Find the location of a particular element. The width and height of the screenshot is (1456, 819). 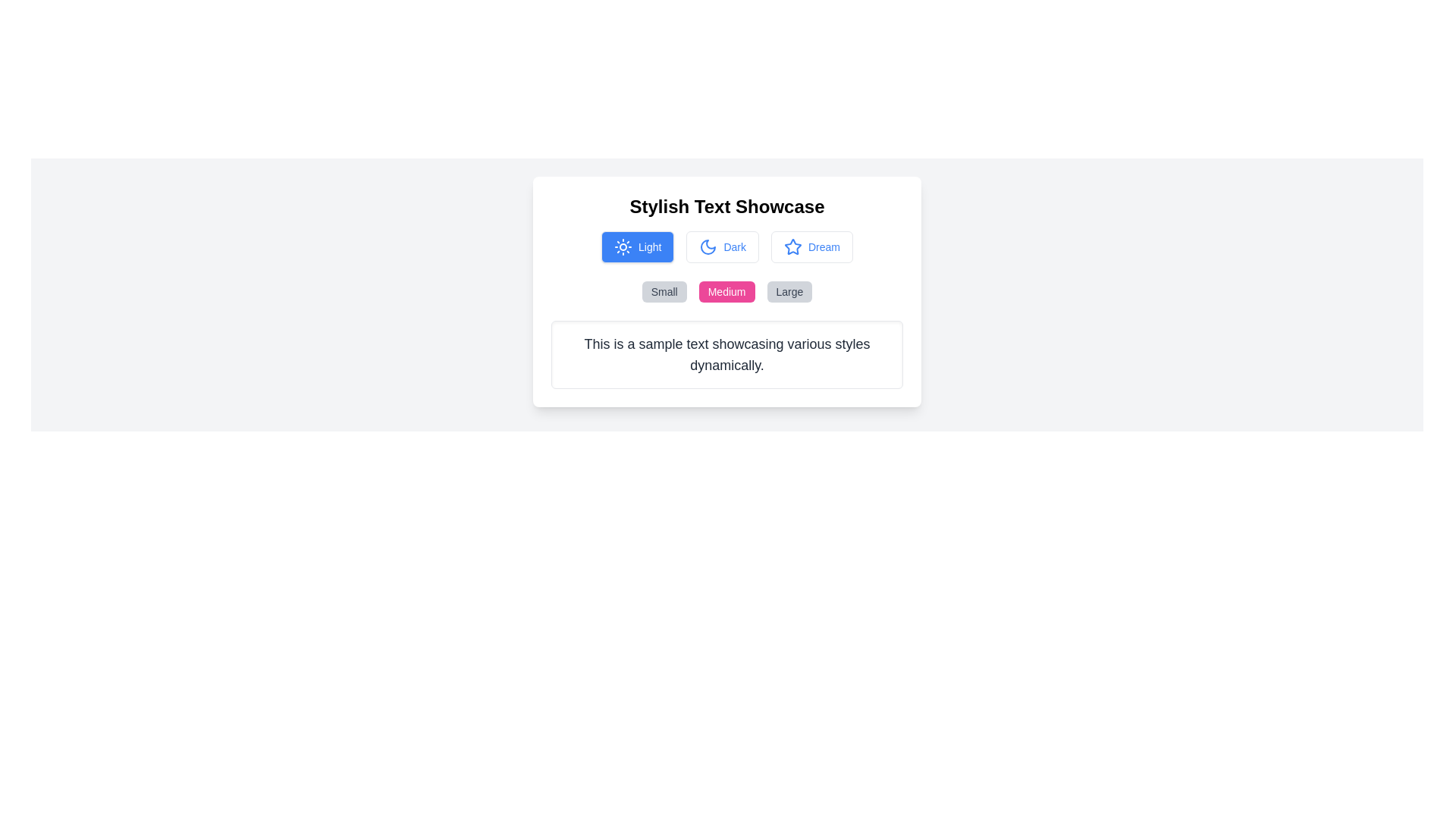

the interactive text label labeled 'Dream', which is styled with a blue font color and positioned next to a star icon in the central part of the interface is located at coordinates (823, 246).